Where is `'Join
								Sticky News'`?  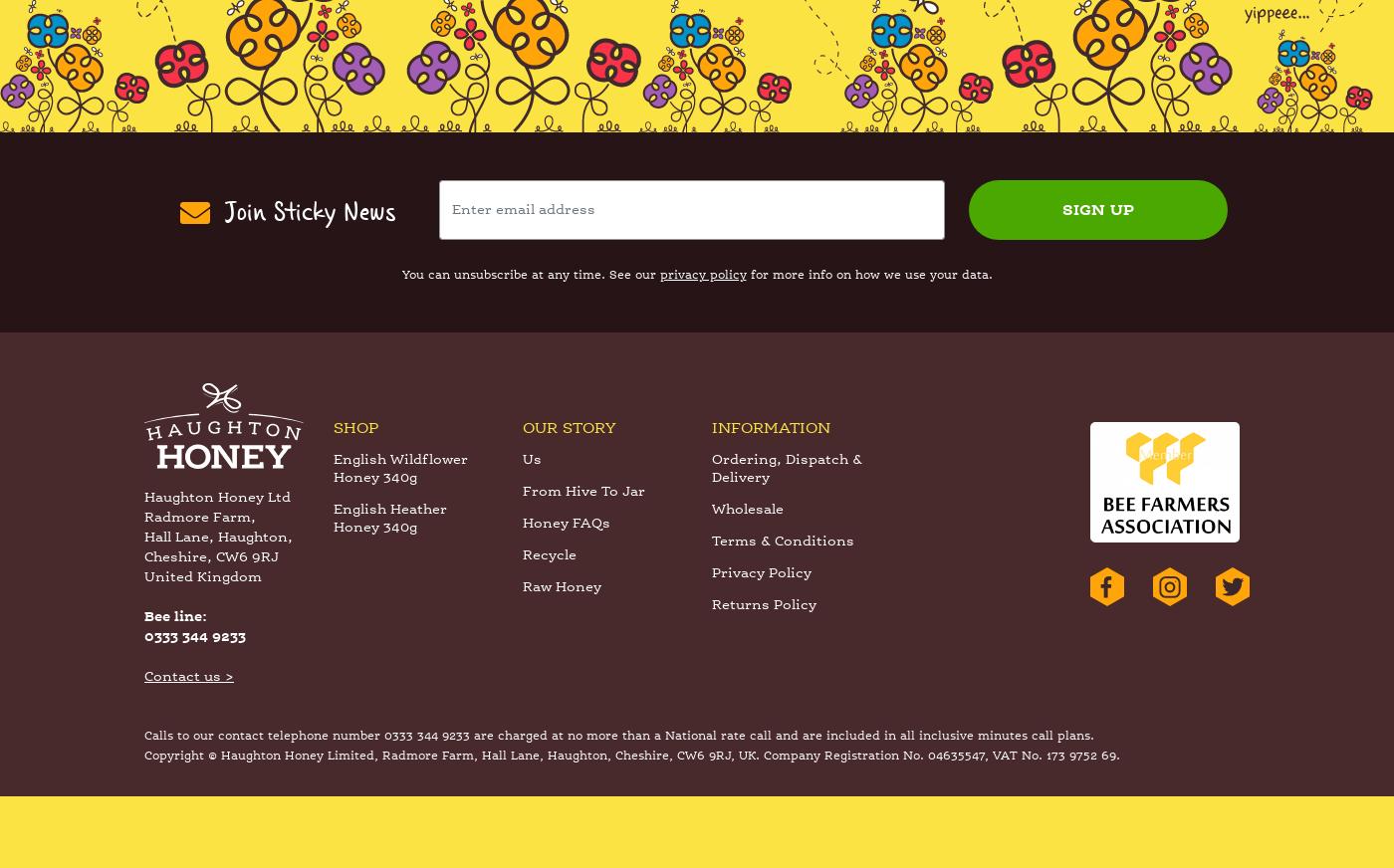
'Join
								Sticky News' is located at coordinates (216, 286).